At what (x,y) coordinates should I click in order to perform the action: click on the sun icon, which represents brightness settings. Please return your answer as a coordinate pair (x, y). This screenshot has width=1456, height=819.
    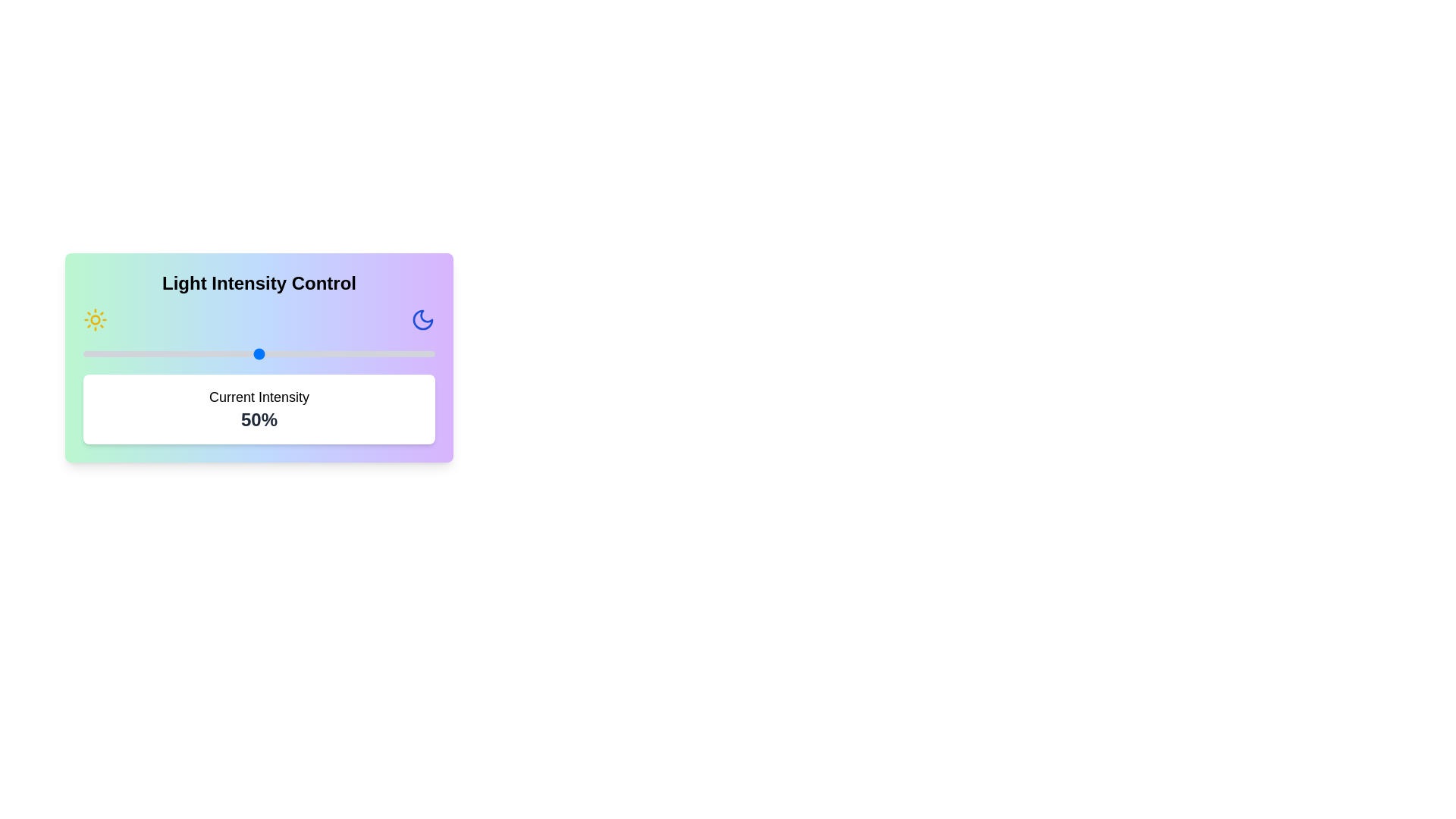
    Looking at the image, I should click on (94, 318).